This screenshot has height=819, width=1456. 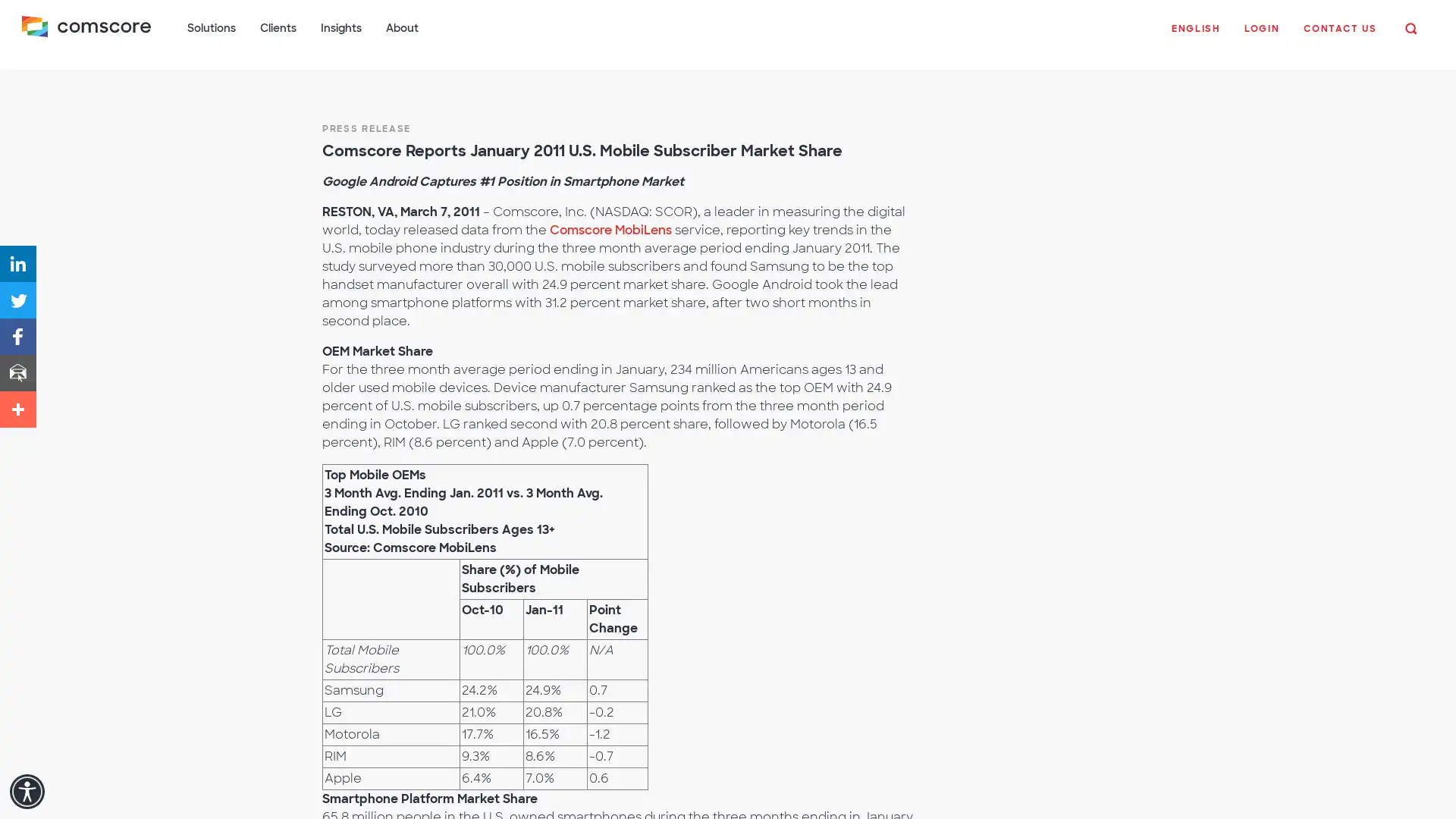 I want to click on Accessibility Menu, so click(x=27, y=791).